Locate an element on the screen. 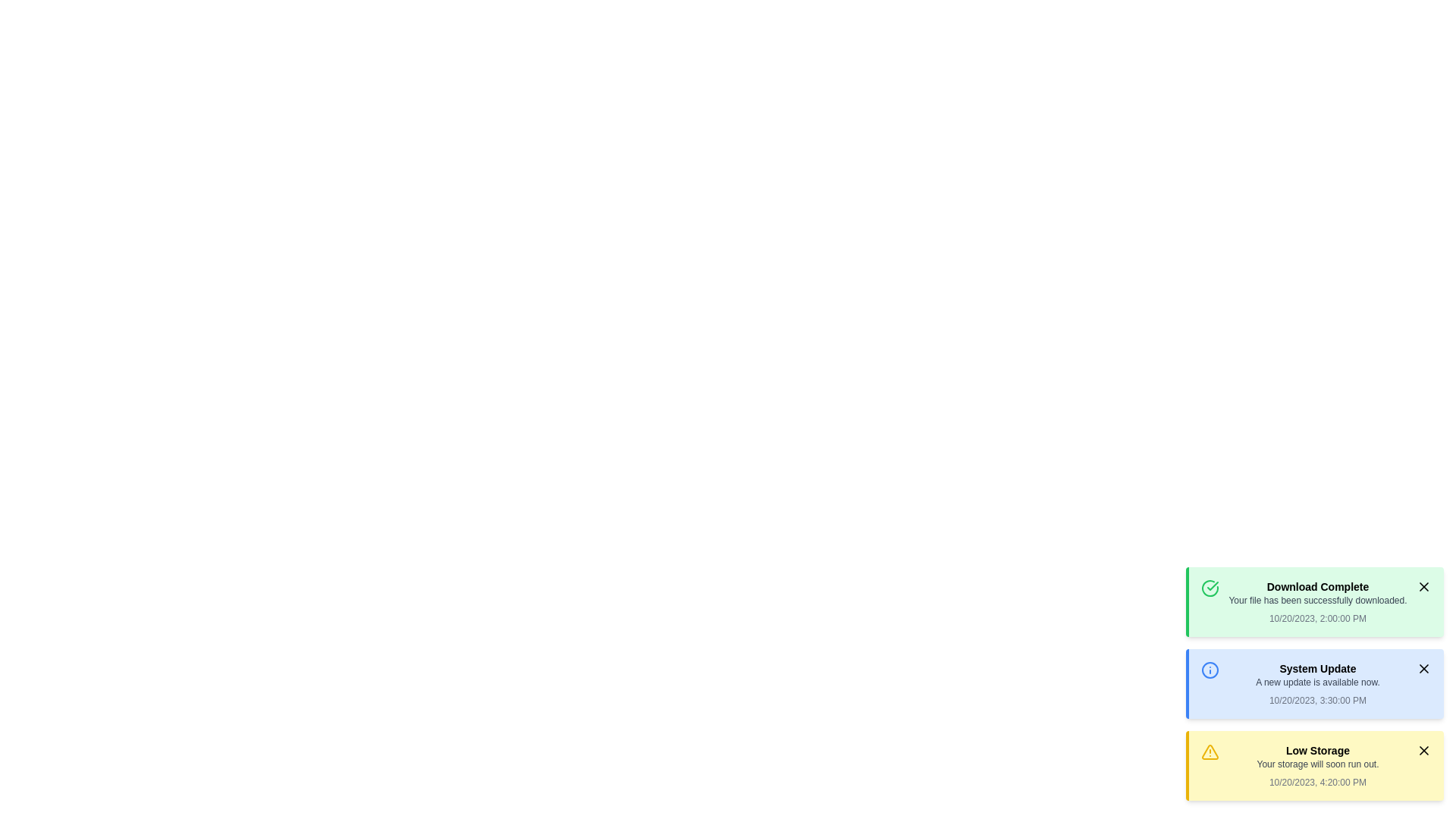 This screenshot has height=819, width=1456. the informational icon located on the left side of the blue 'System Update' notification bar, next to the text content is located at coordinates (1210, 669).